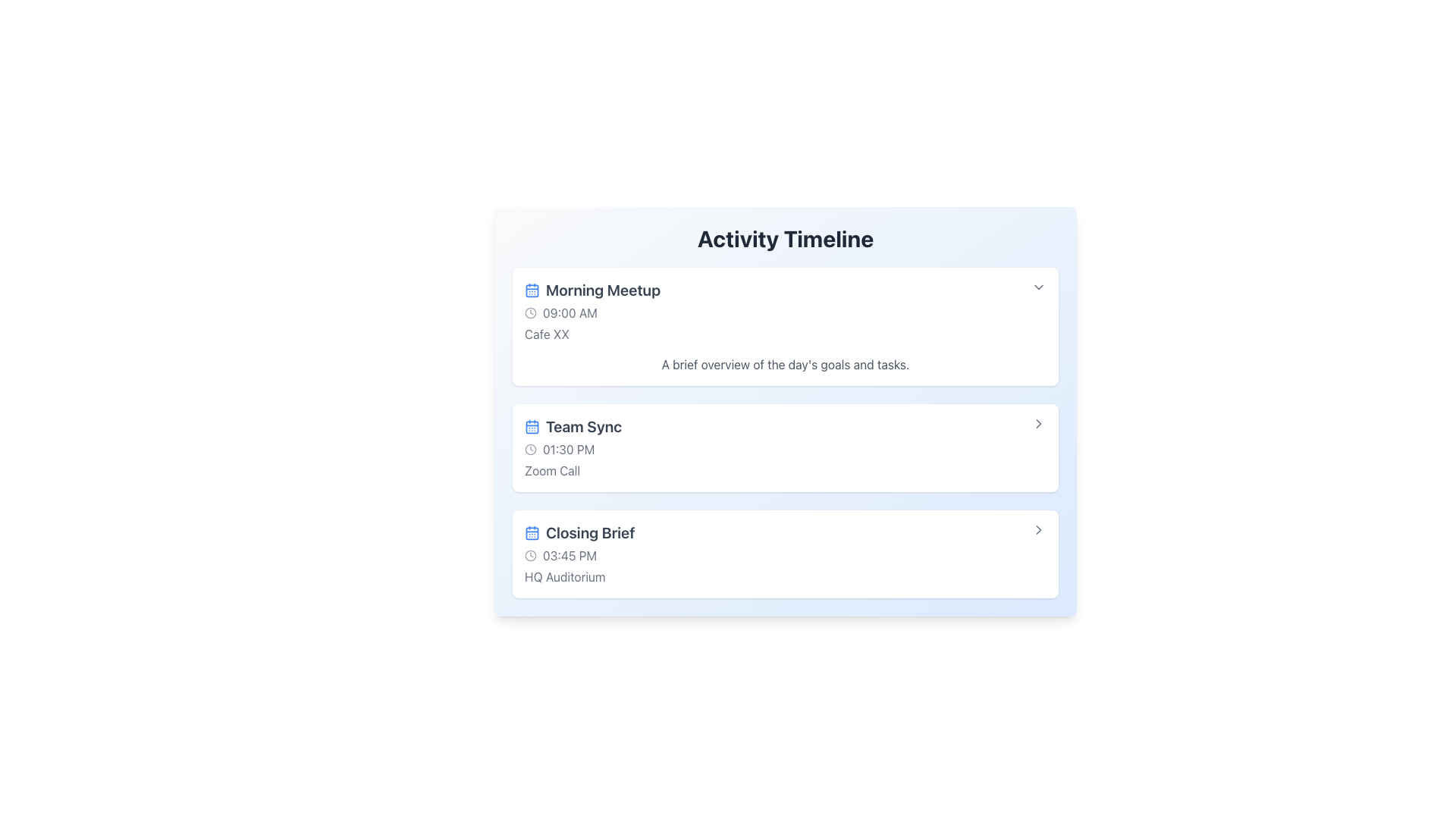 This screenshot has width=1456, height=819. Describe the element at coordinates (1037, 424) in the screenshot. I see `the Icon Button located at the extreme right of the second 'Team Sync' activity card` at that location.